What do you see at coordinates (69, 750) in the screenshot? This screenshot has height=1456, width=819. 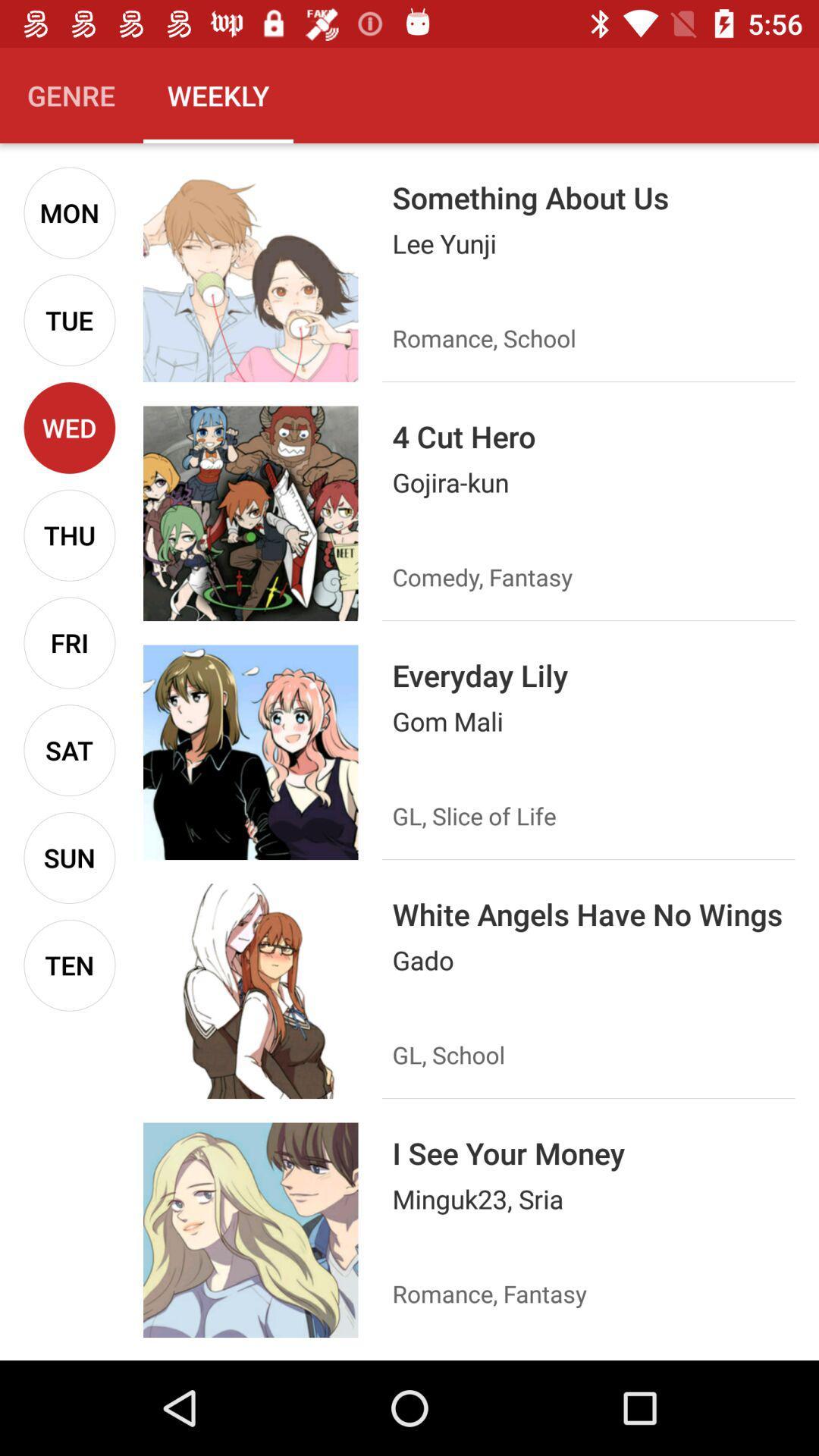 I see `sat` at bounding box center [69, 750].